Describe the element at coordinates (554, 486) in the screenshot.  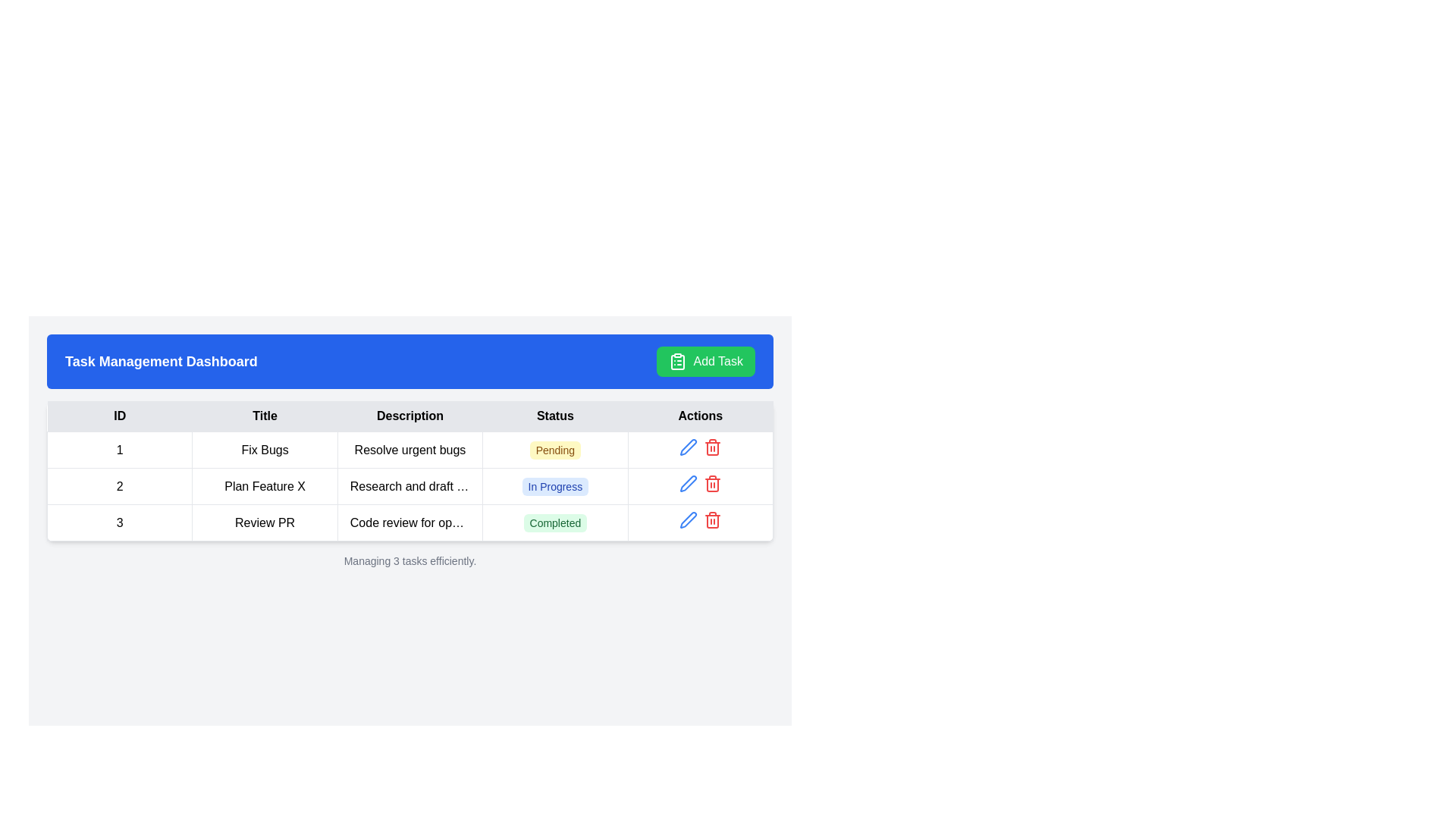
I see `the 'In Progress' status indicator for the task 'Plan Feature X' located in the 'Status' column of the task management table` at that location.